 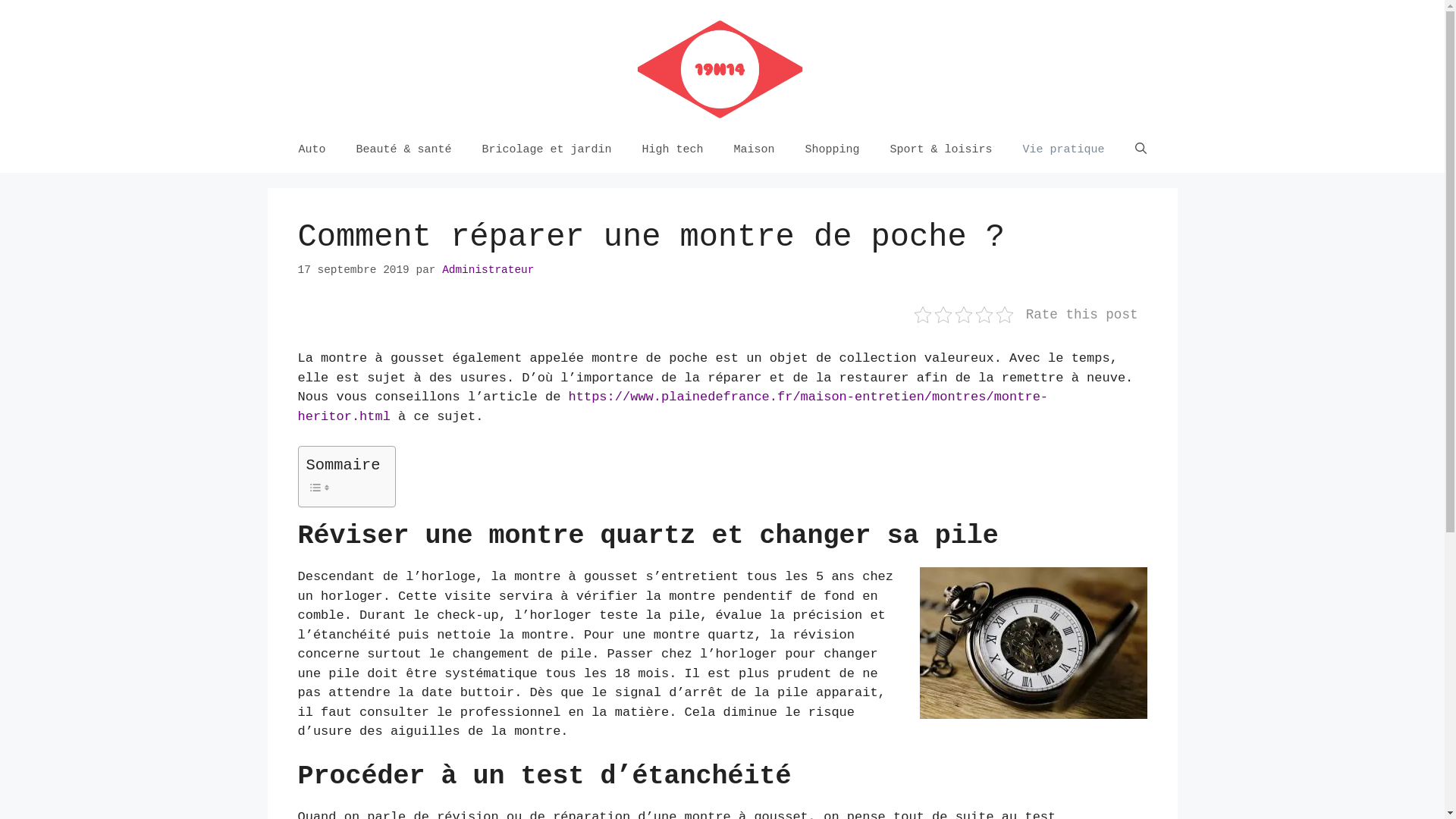 What do you see at coordinates (754, 149) in the screenshot?
I see `'Maison'` at bounding box center [754, 149].